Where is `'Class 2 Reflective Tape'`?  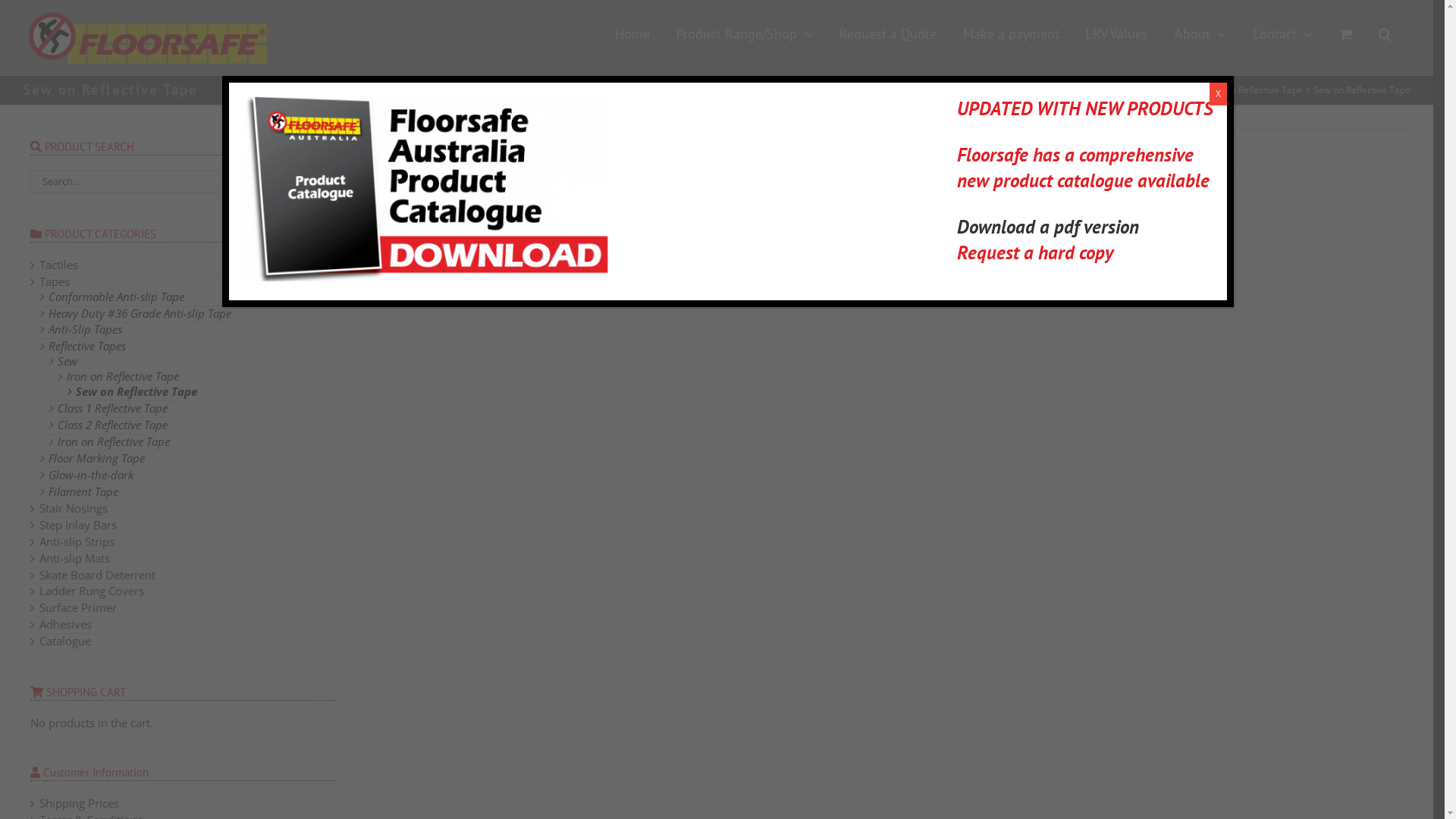
'Class 2 Reflective Tape' is located at coordinates (111, 424).